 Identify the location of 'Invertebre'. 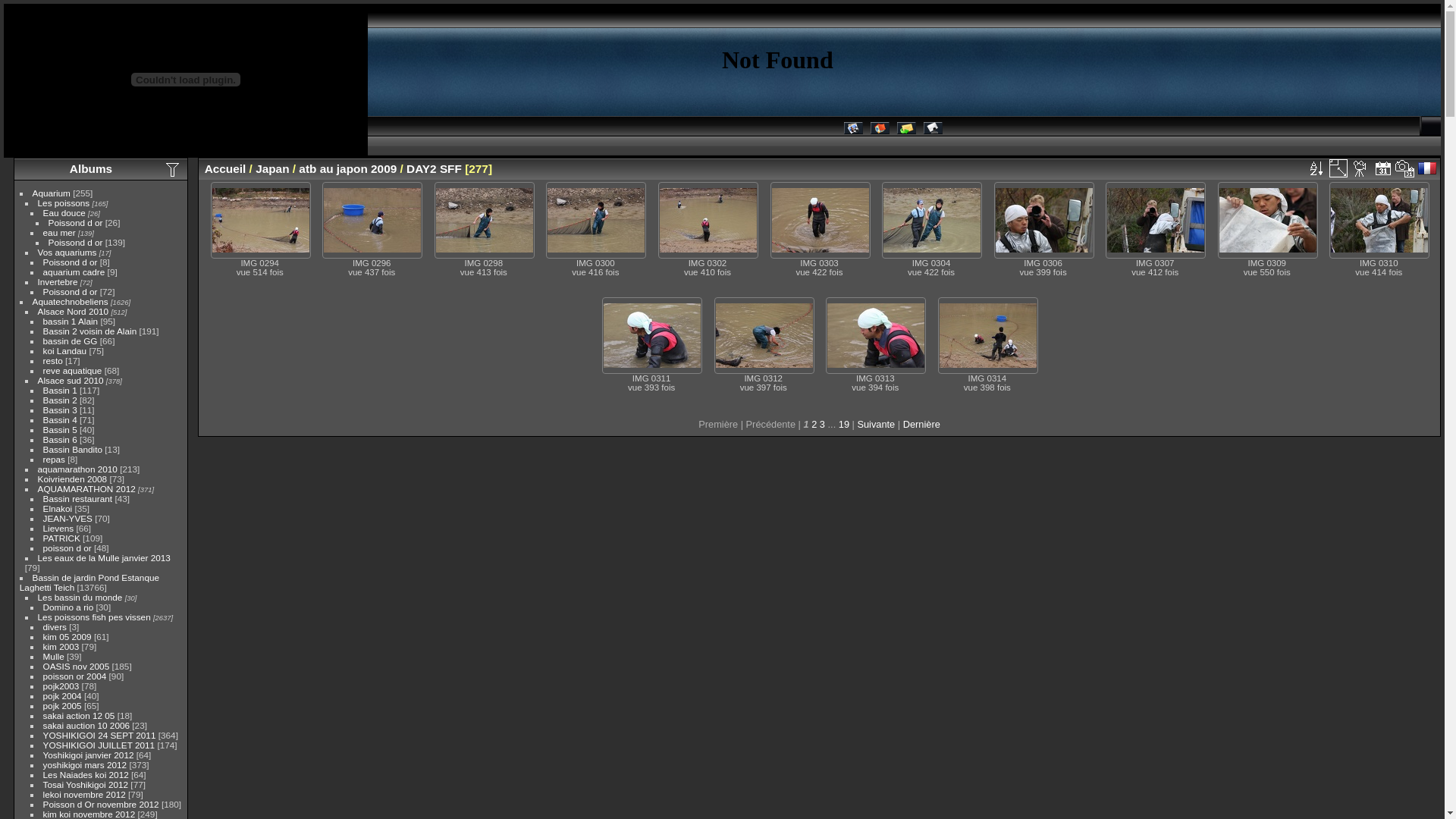
(58, 281).